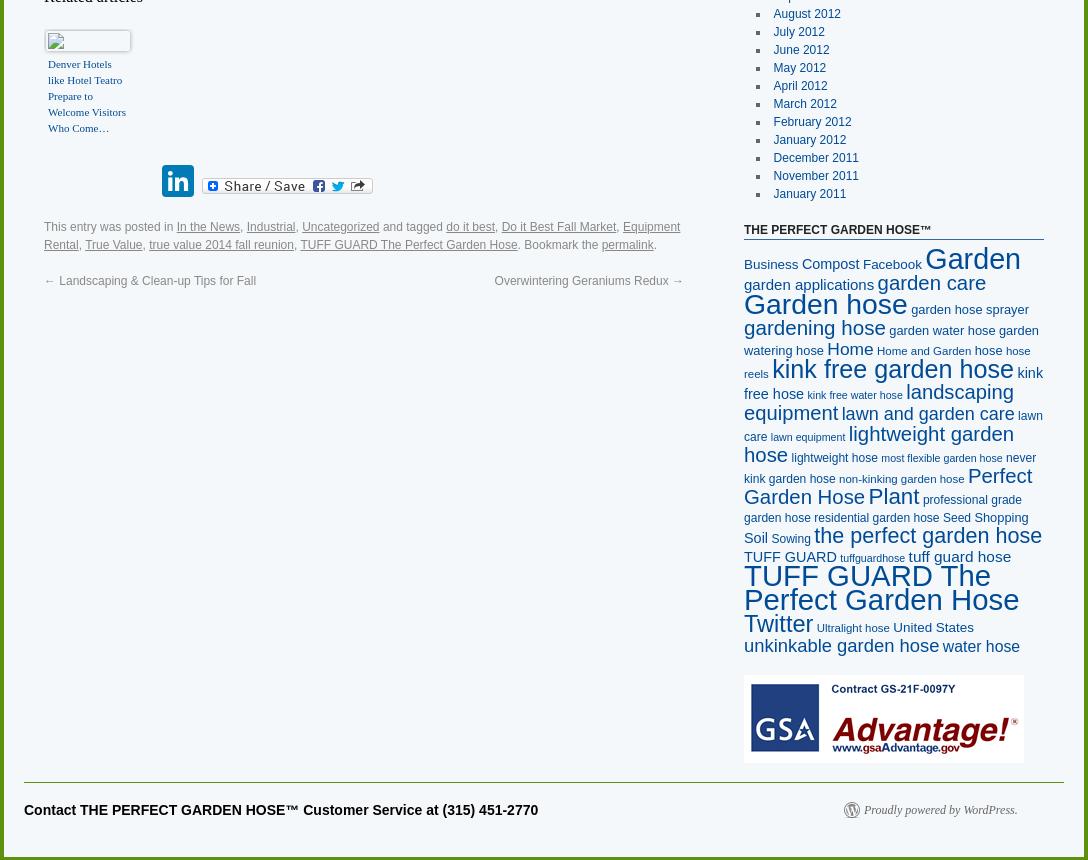  Describe the element at coordinates (601, 243) in the screenshot. I see `'permalink'` at that location.